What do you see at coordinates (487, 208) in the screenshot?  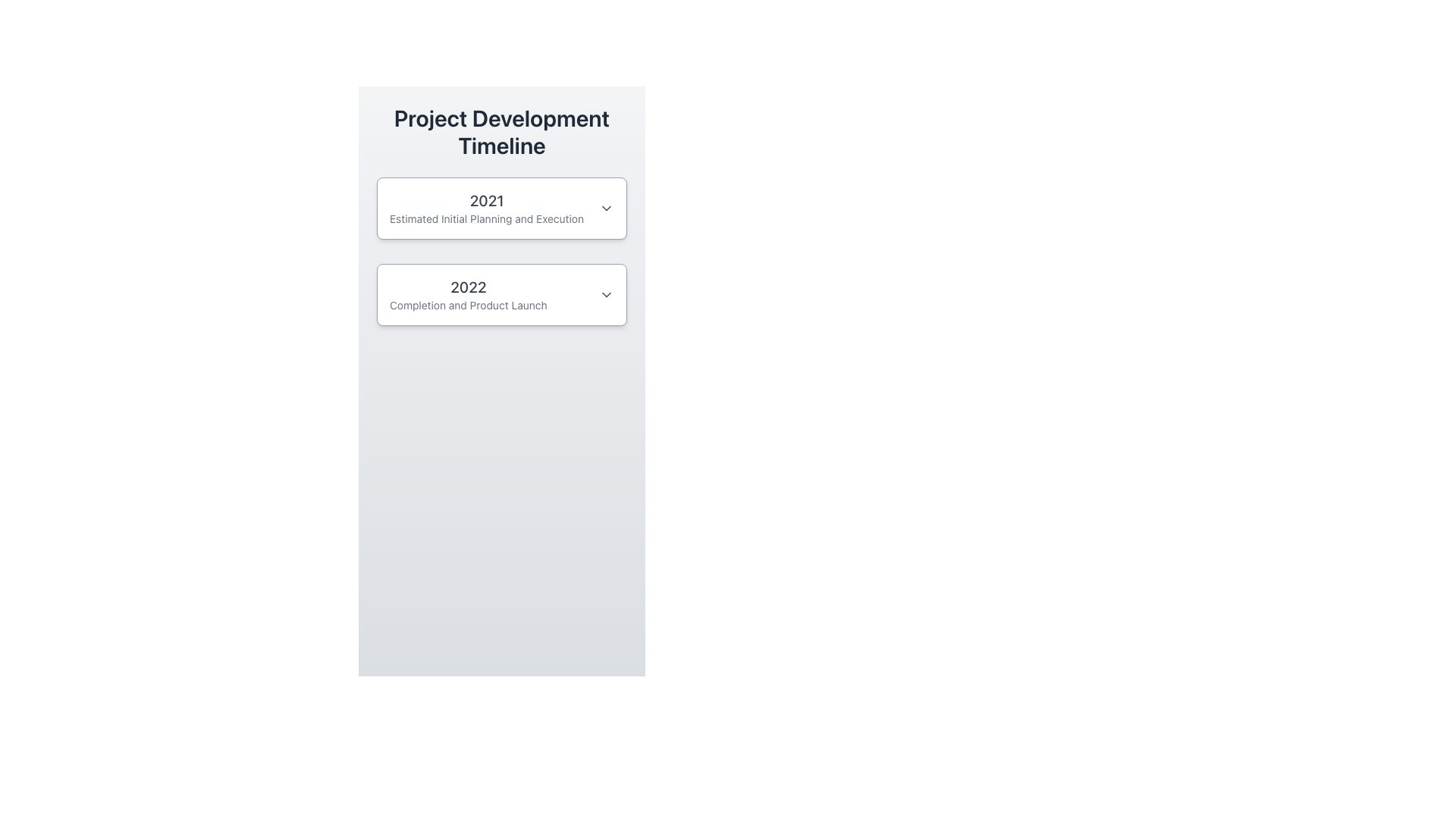 I see `the Text Display showing '2021' and the description 'Estimated Initial Planning and Execution', located below 'Project Development Timeline'` at bounding box center [487, 208].